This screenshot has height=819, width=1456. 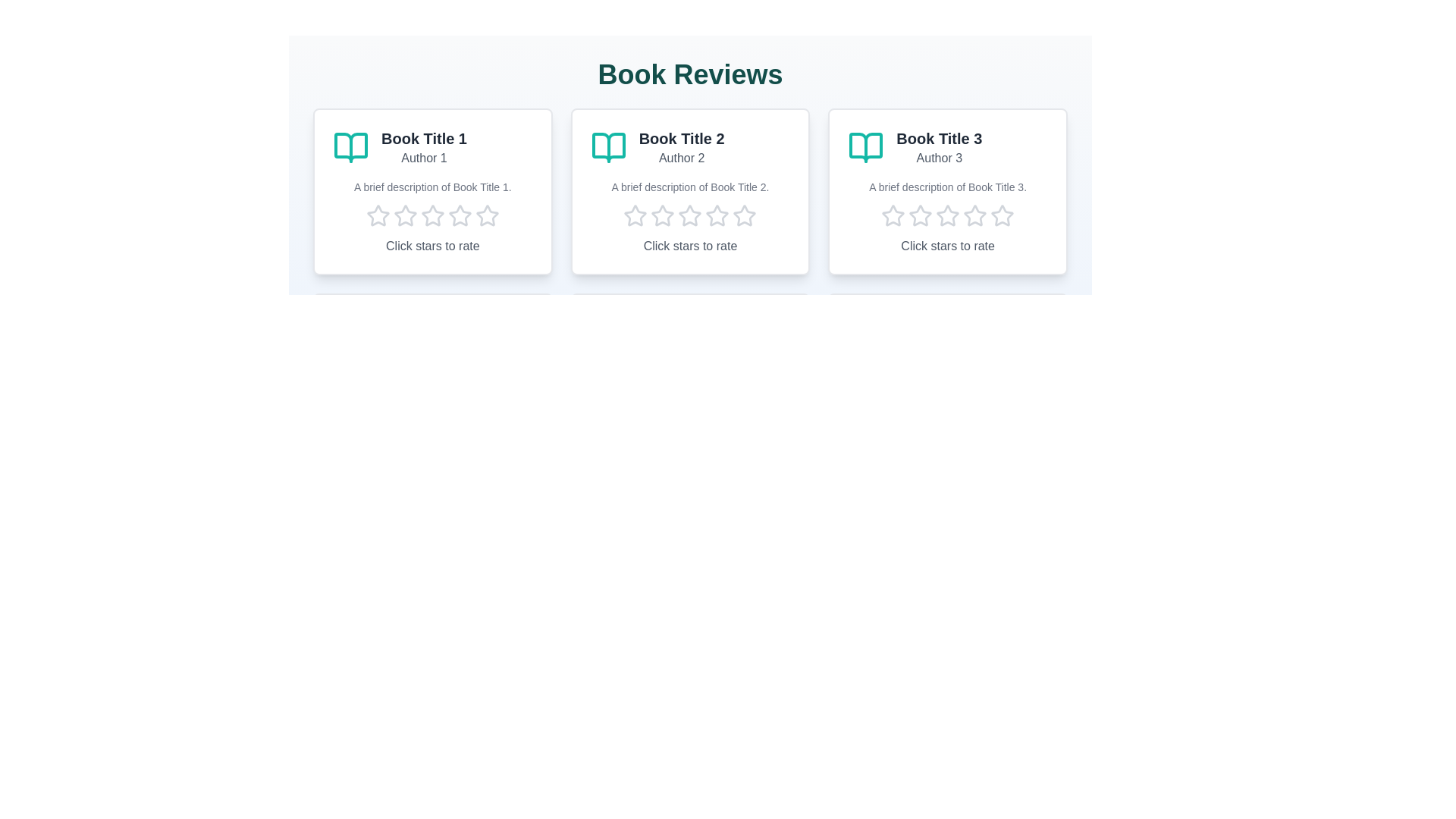 What do you see at coordinates (431, 191) in the screenshot?
I see `the book card to observe its hover effect` at bounding box center [431, 191].